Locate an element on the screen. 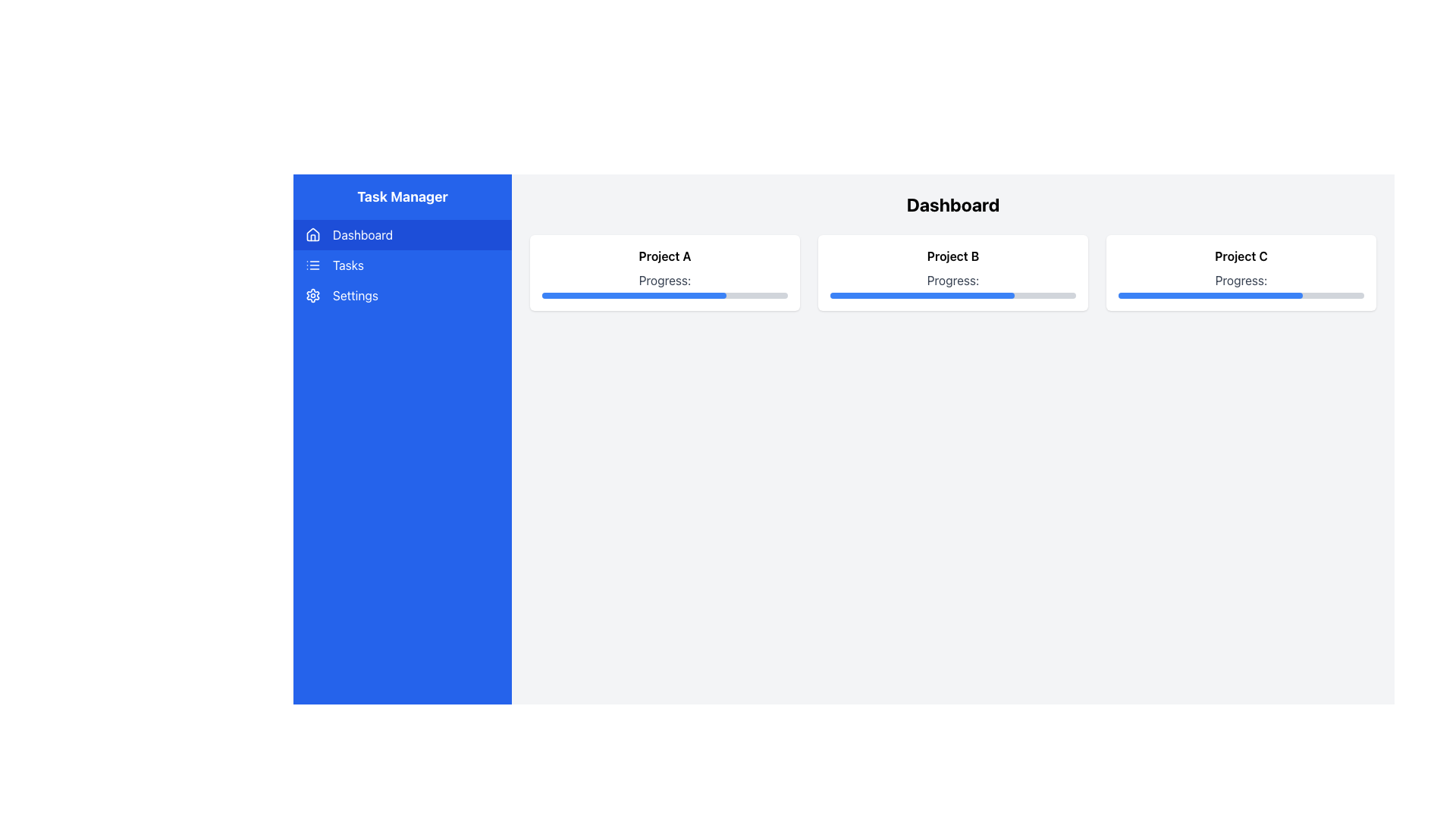 This screenshot has height=819, width=1456. the blue progress indicator within the gray rounded progress bar located under 'Project A' in the dashboard section is located at coordinates (634, 295).